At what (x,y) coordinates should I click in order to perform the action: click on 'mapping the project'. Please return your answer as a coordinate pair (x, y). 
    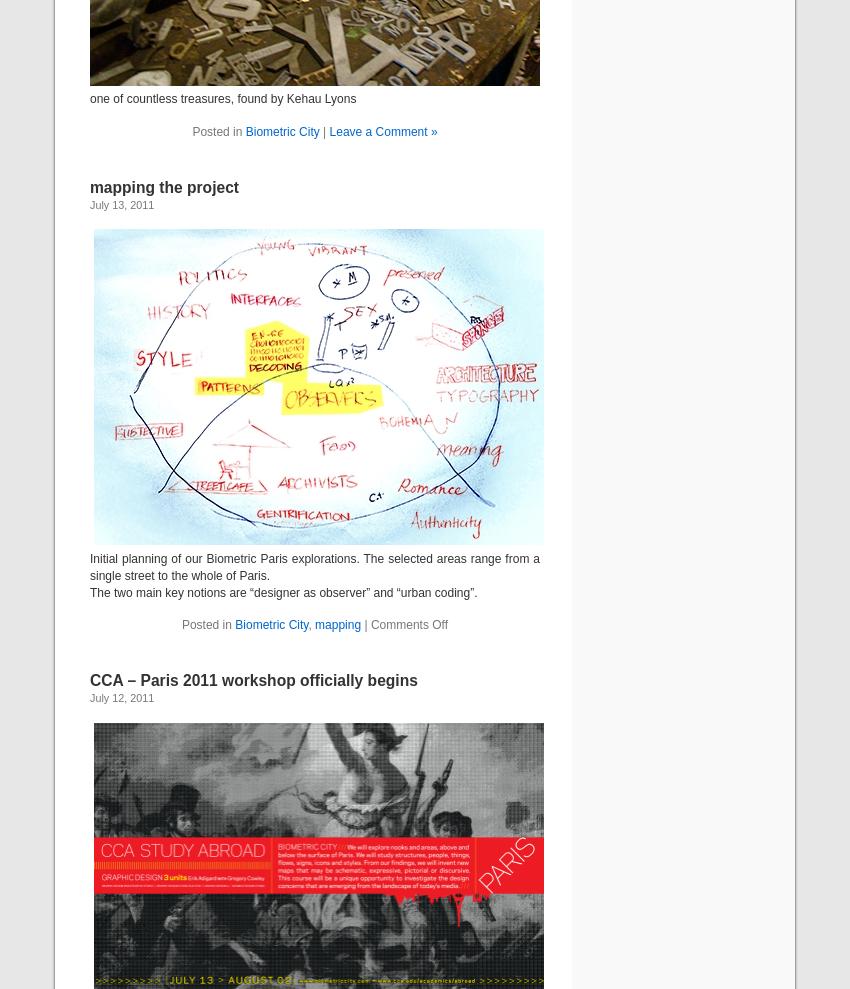
    Looking at the image, I should click on (89, 186).